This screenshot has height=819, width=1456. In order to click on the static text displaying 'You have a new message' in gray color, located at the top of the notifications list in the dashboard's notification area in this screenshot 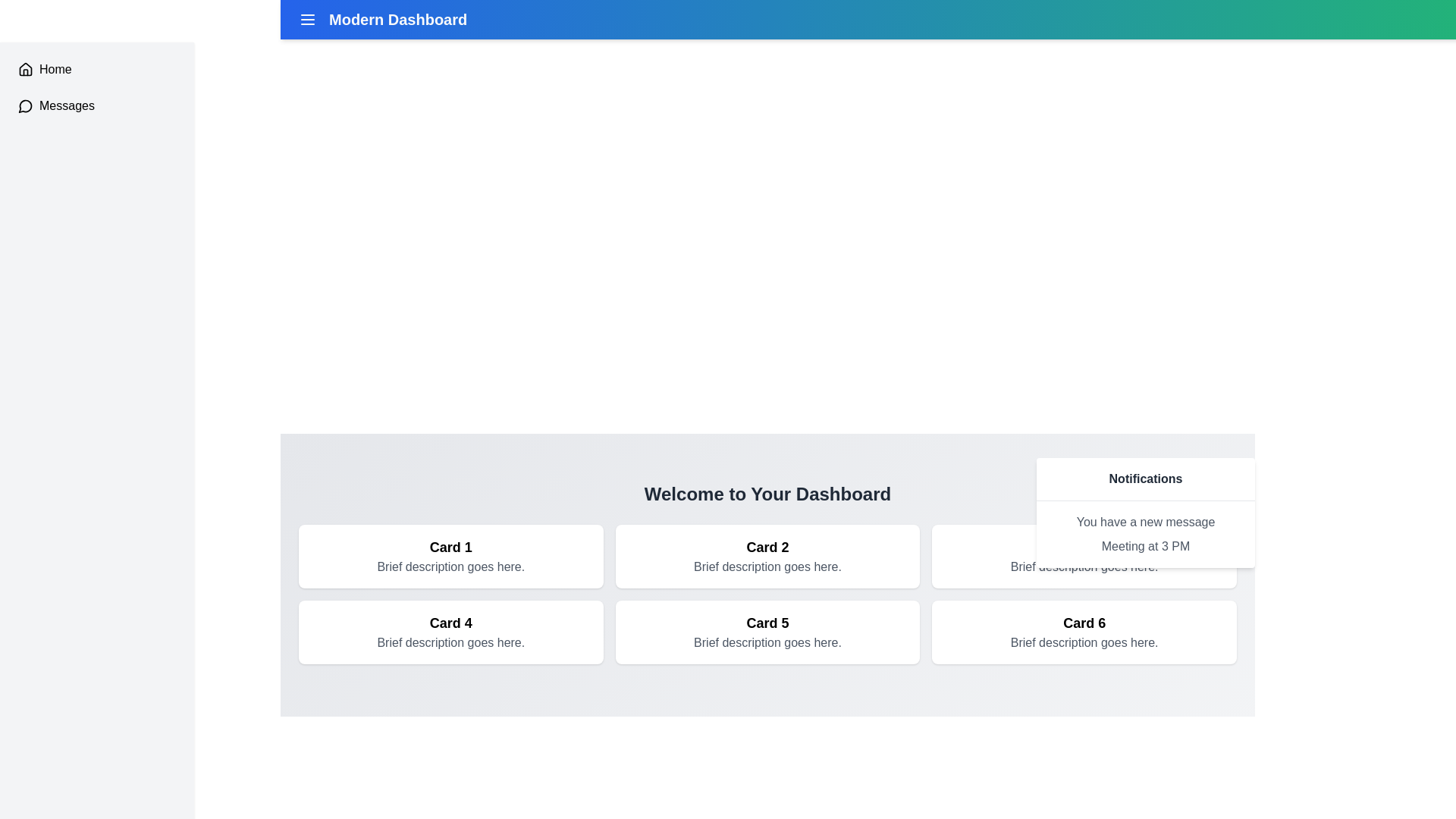, I will do `click(1146, 522)`.